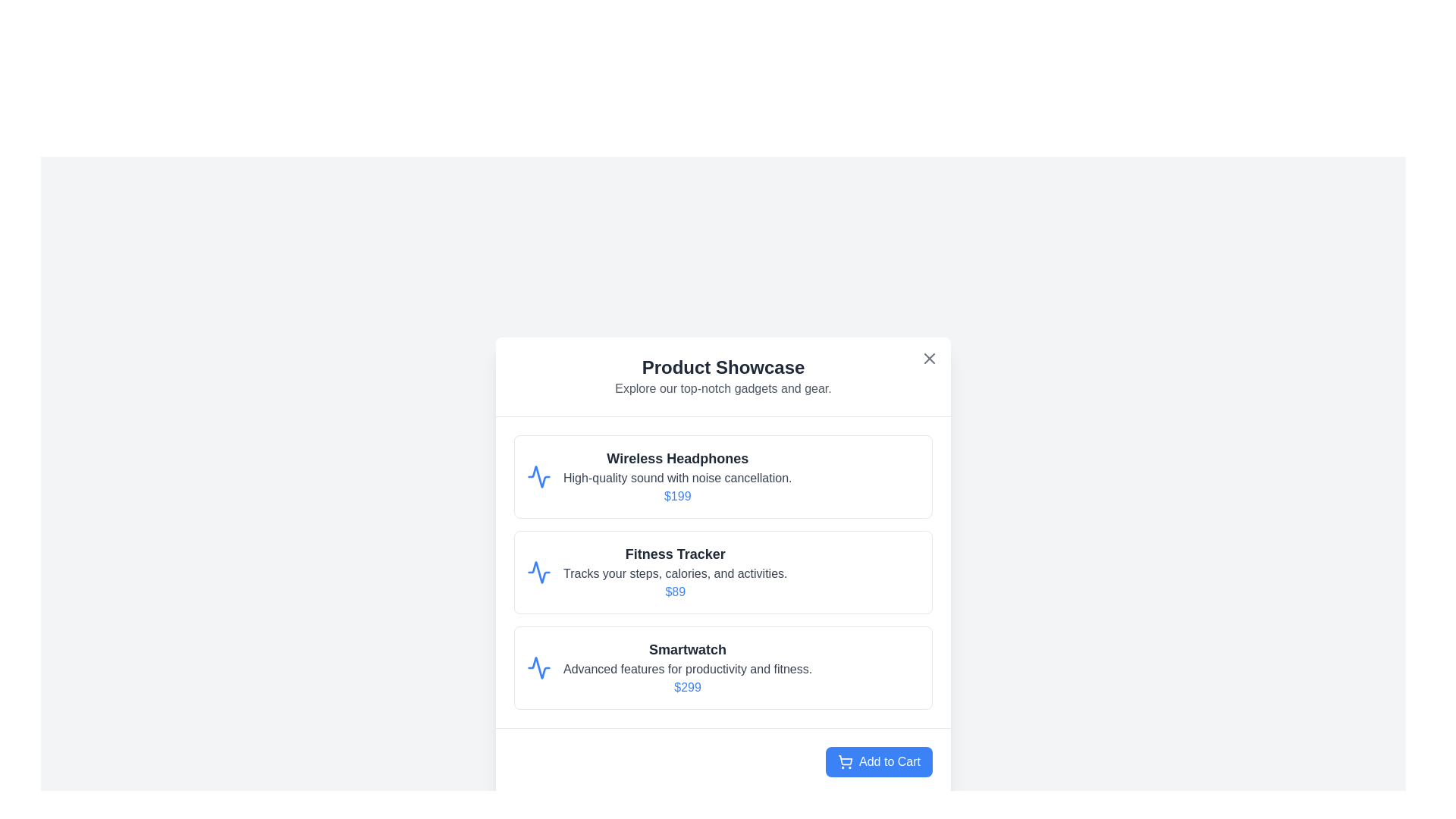  I want to click on the SVG Icon representing the Fitness Tracker product, so click(538, 573).